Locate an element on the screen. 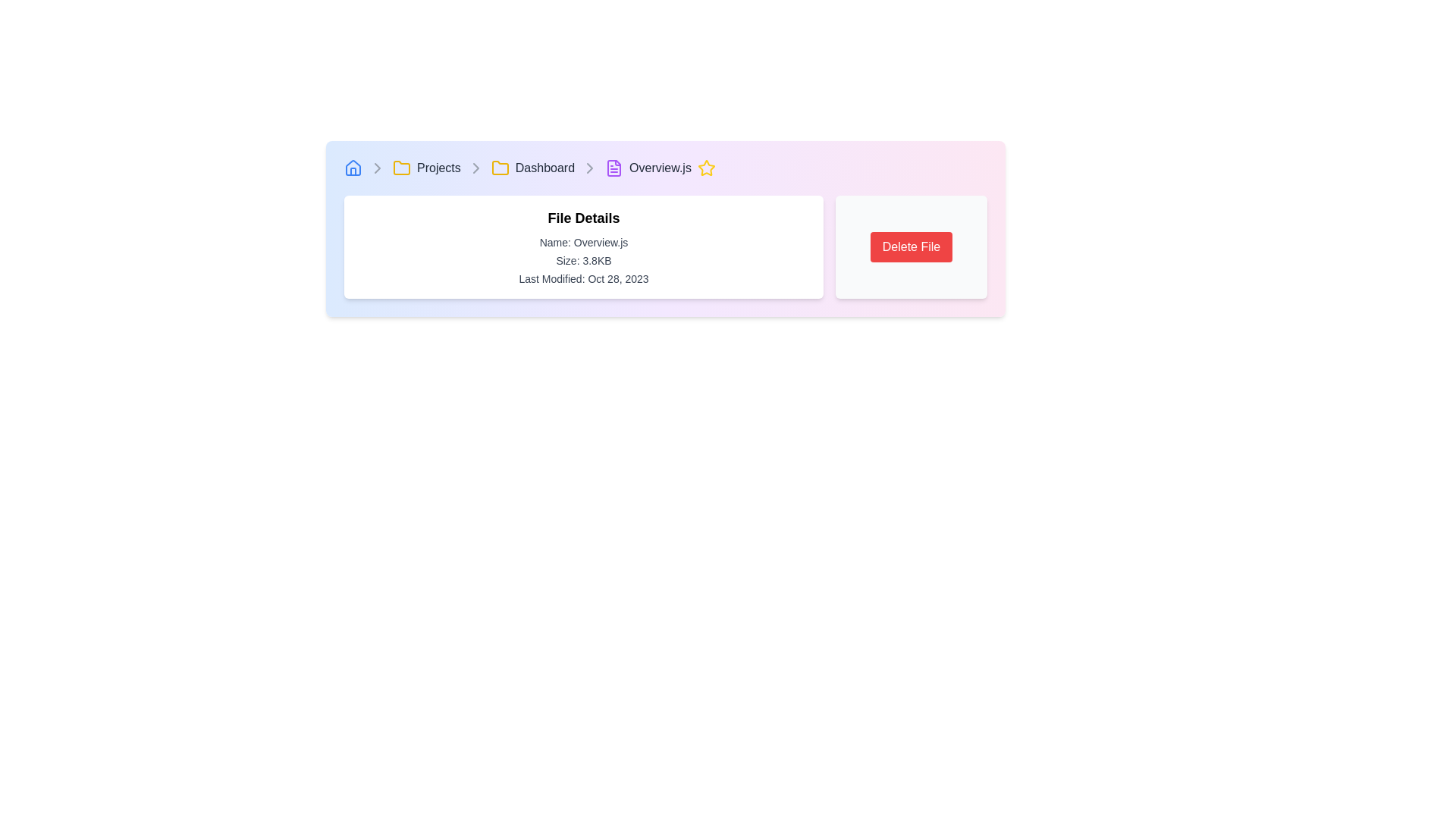 The image size is (1456, 819). the breadcrumb navigation item displaying the text 'ProjectsDashboardOverview.js', which is the last item in the breadcrumb navigation bar with a gray font color is located at coordinates (666, 168).